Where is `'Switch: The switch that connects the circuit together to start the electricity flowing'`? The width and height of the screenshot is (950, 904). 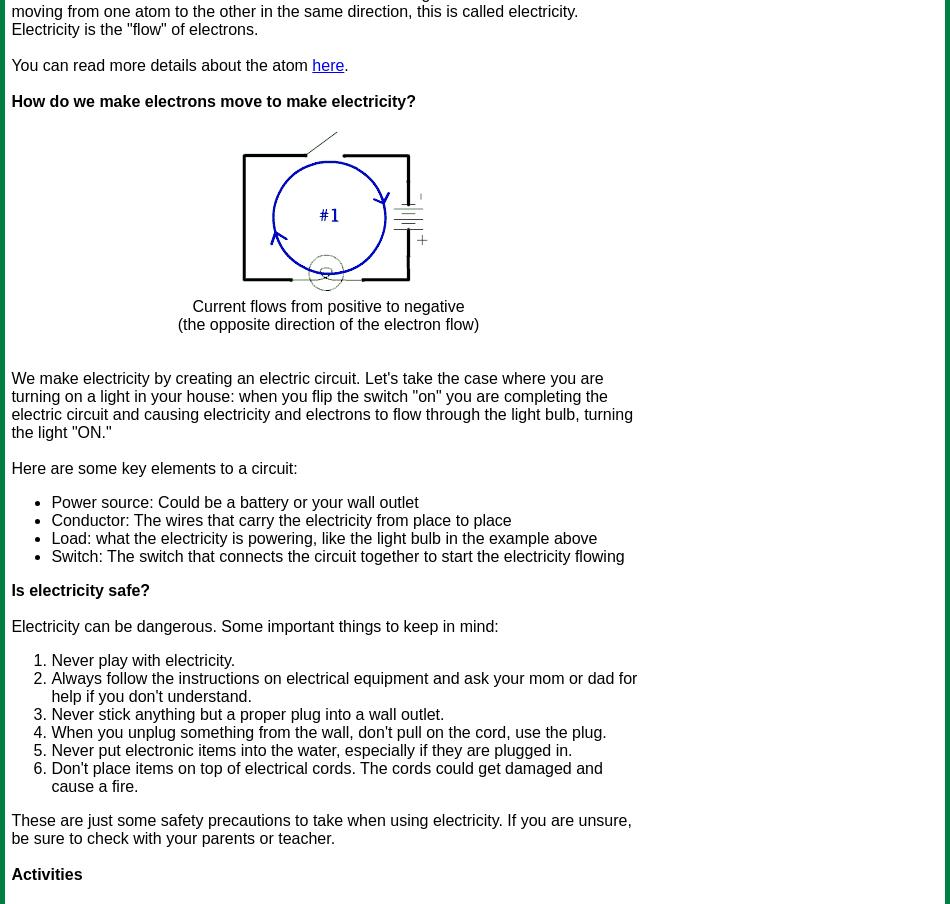
'Switch: The switch that connects the circuit together to start the electricity flowing' is located at coordinates (336, 556).